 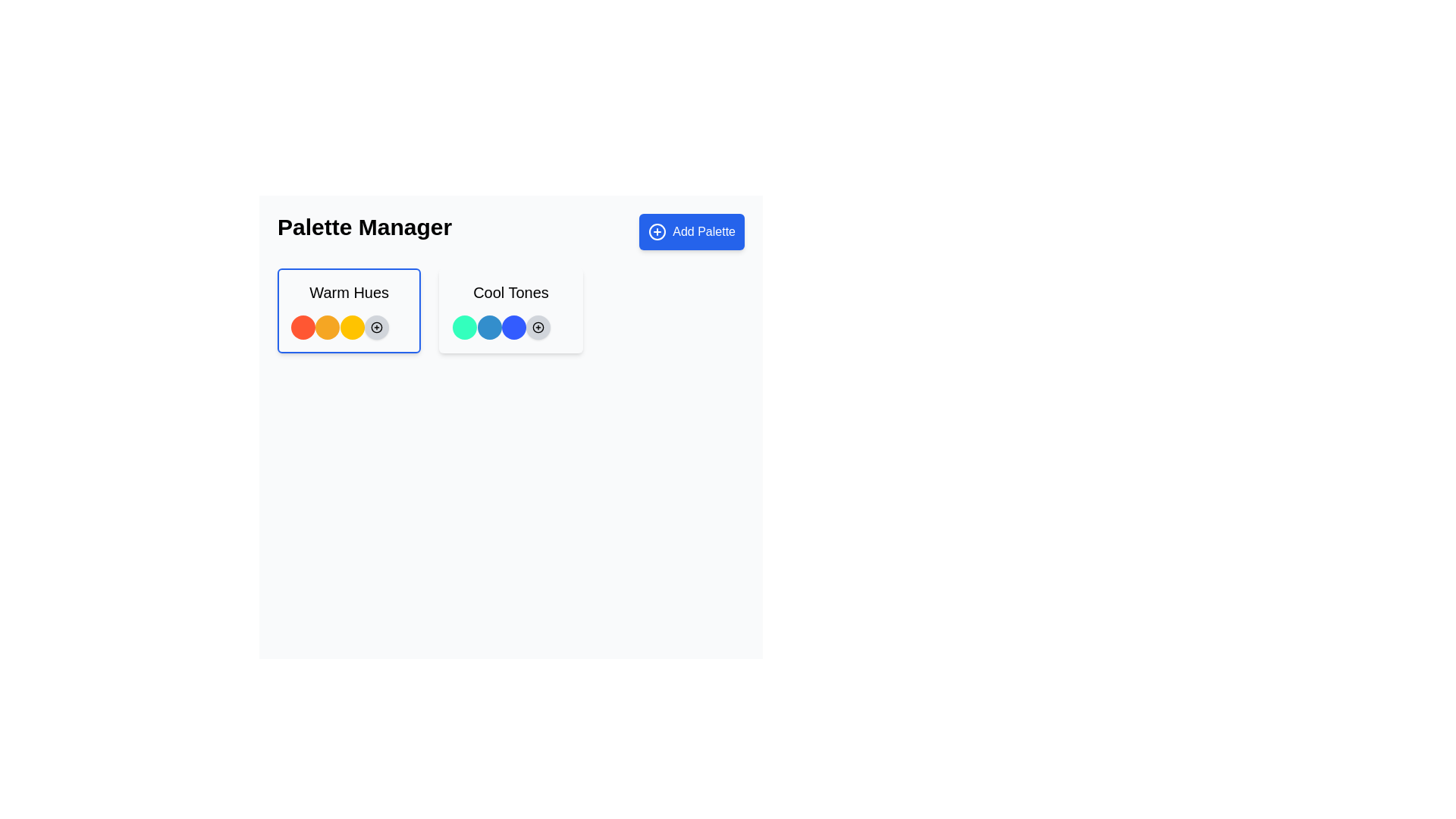 What do you see at coordinates (657, 231) in the screenshot?
I see `the circular blue icon with a plus sign, located to the left of the 'Add Palette' text within a blue button in the top-right area of the interface` at bounding box center [657, 231].